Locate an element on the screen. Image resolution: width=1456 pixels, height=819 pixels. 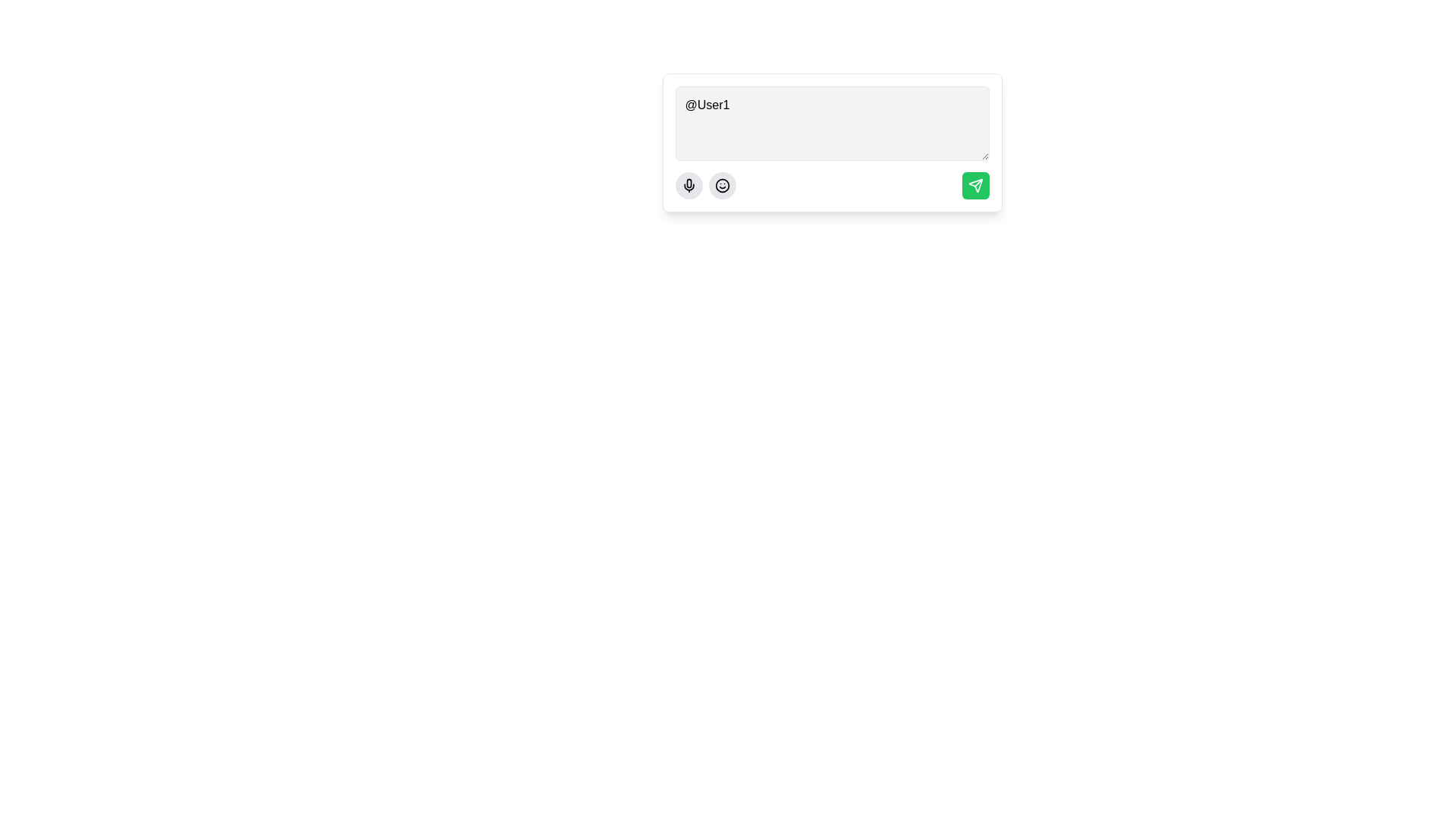
the main circular outline of the smiley icon located to the left of the input text area in the chat interface is located at coordinates (721, 185).